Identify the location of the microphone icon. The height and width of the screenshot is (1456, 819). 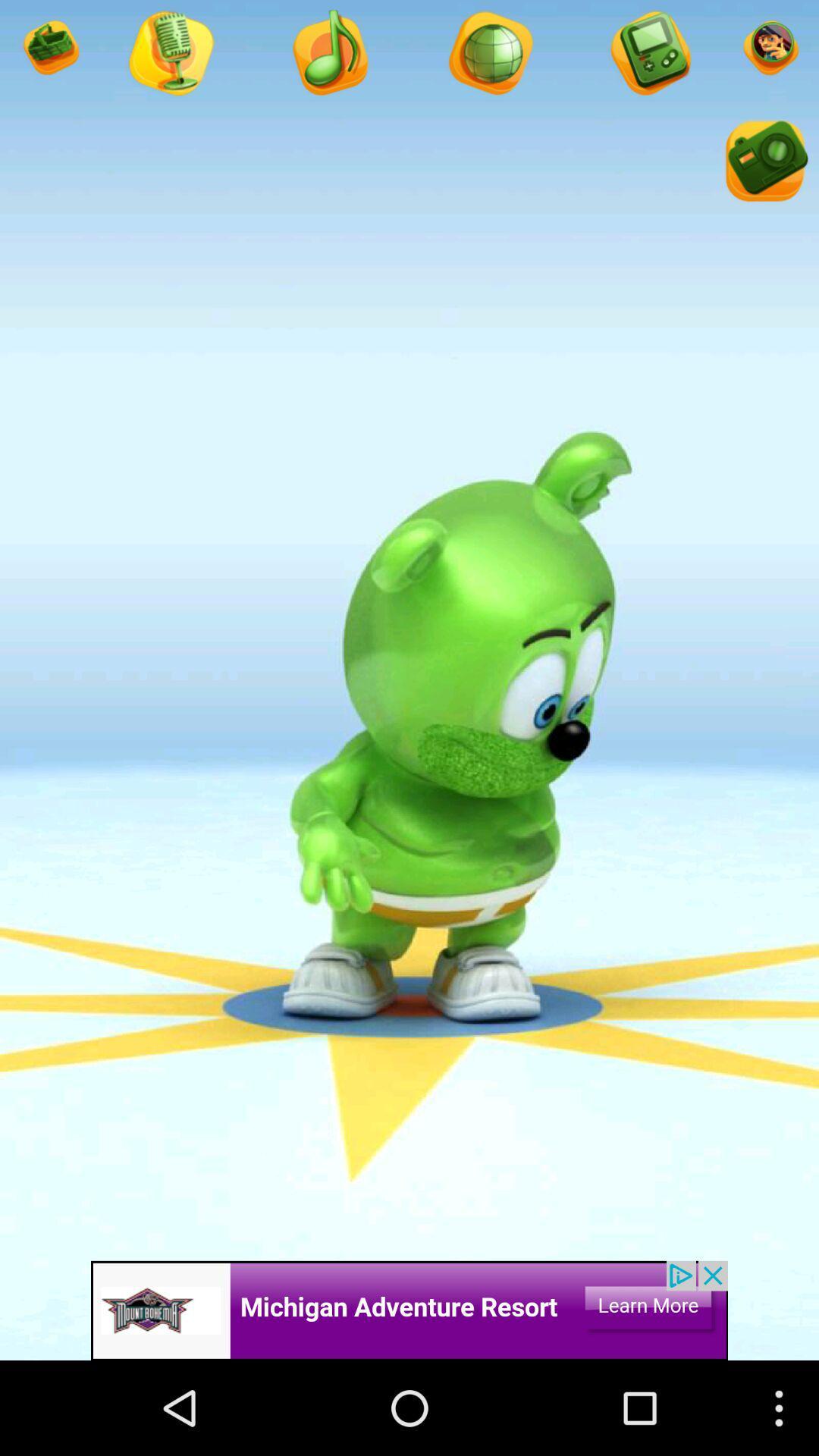
(489, 58).